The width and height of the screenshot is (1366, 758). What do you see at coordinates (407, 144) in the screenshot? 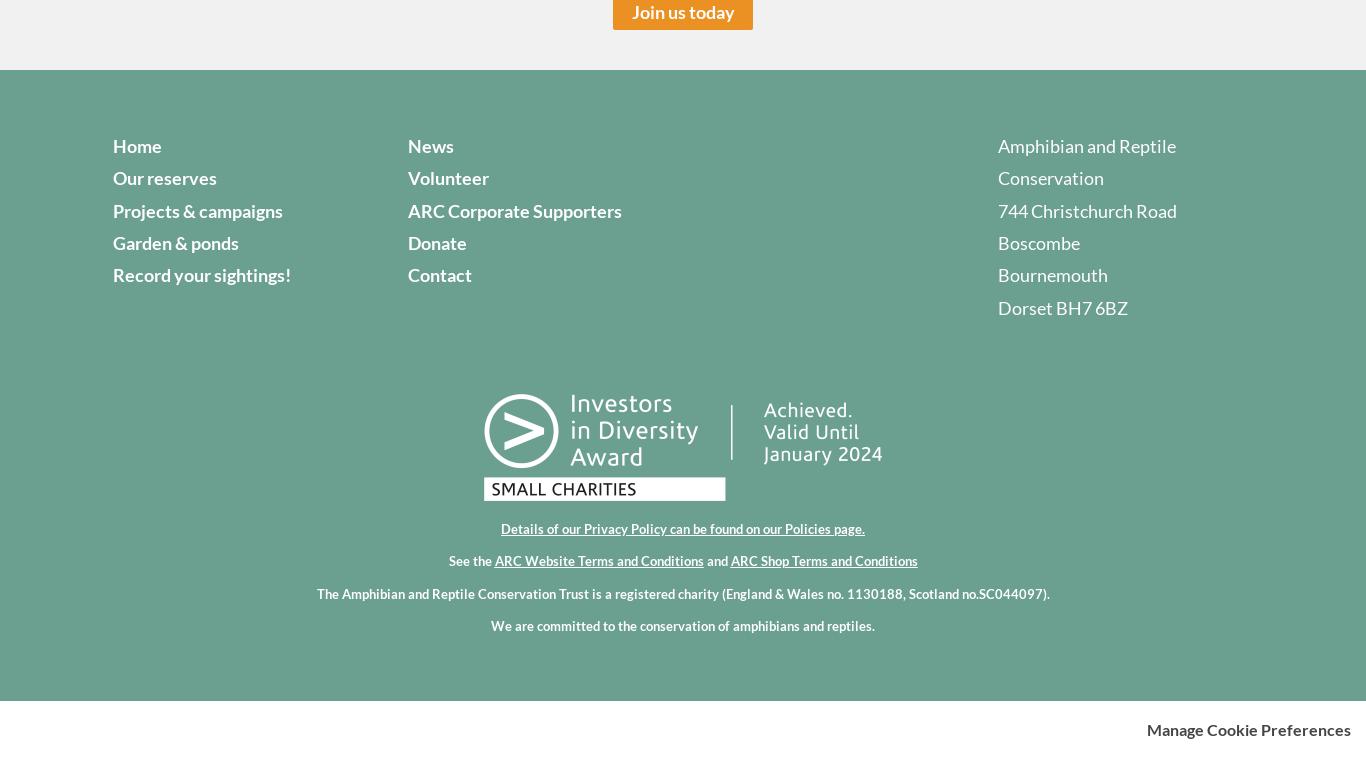
I see `'News'` at bounding box center [407, 144].